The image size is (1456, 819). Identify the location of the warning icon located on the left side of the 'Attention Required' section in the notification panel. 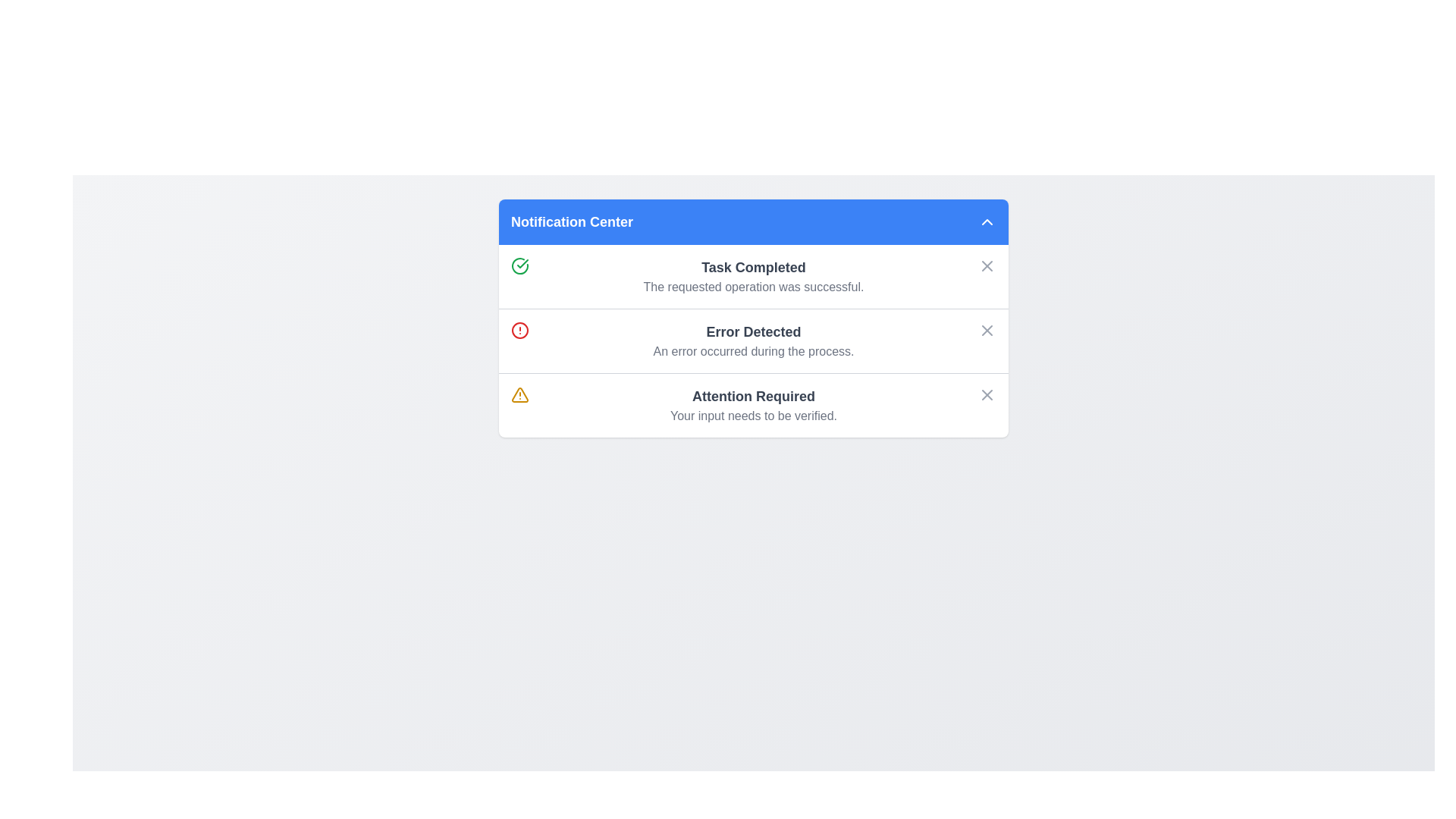
(520, 394).